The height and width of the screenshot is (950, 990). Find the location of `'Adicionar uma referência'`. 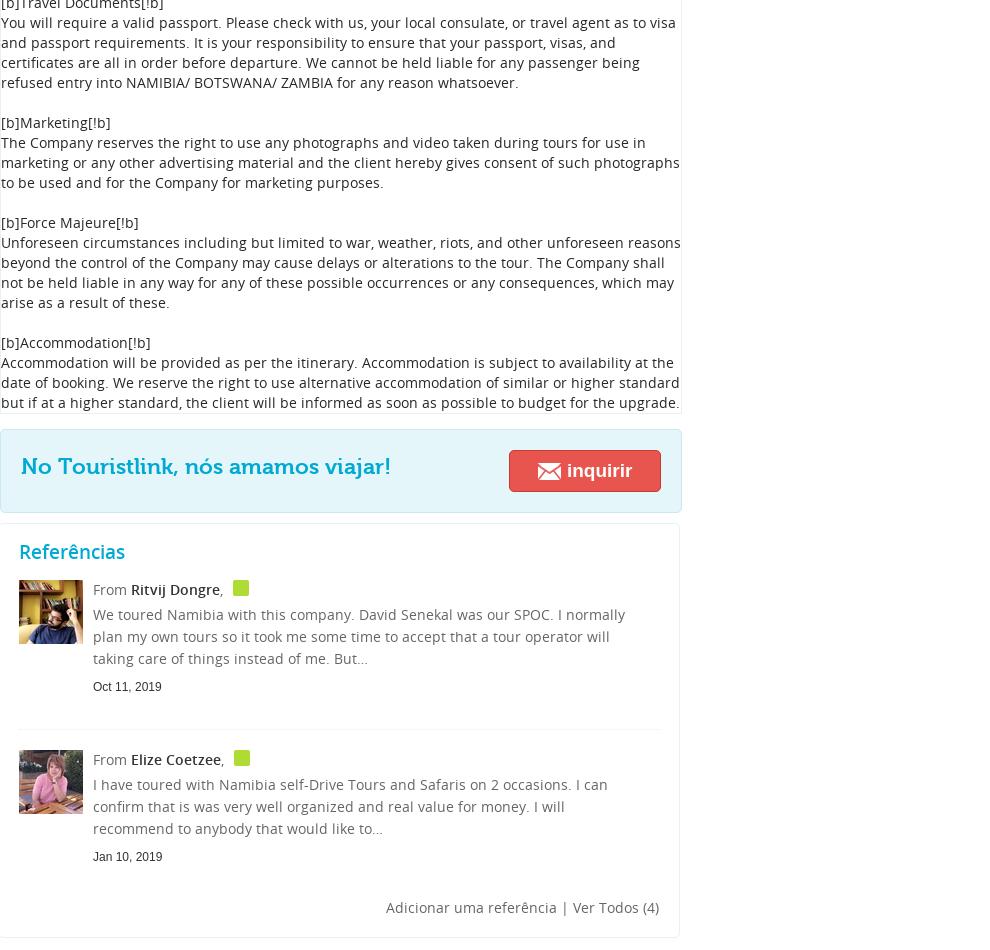

'Adicionar uma referência' is located at coordinates (386, 906).